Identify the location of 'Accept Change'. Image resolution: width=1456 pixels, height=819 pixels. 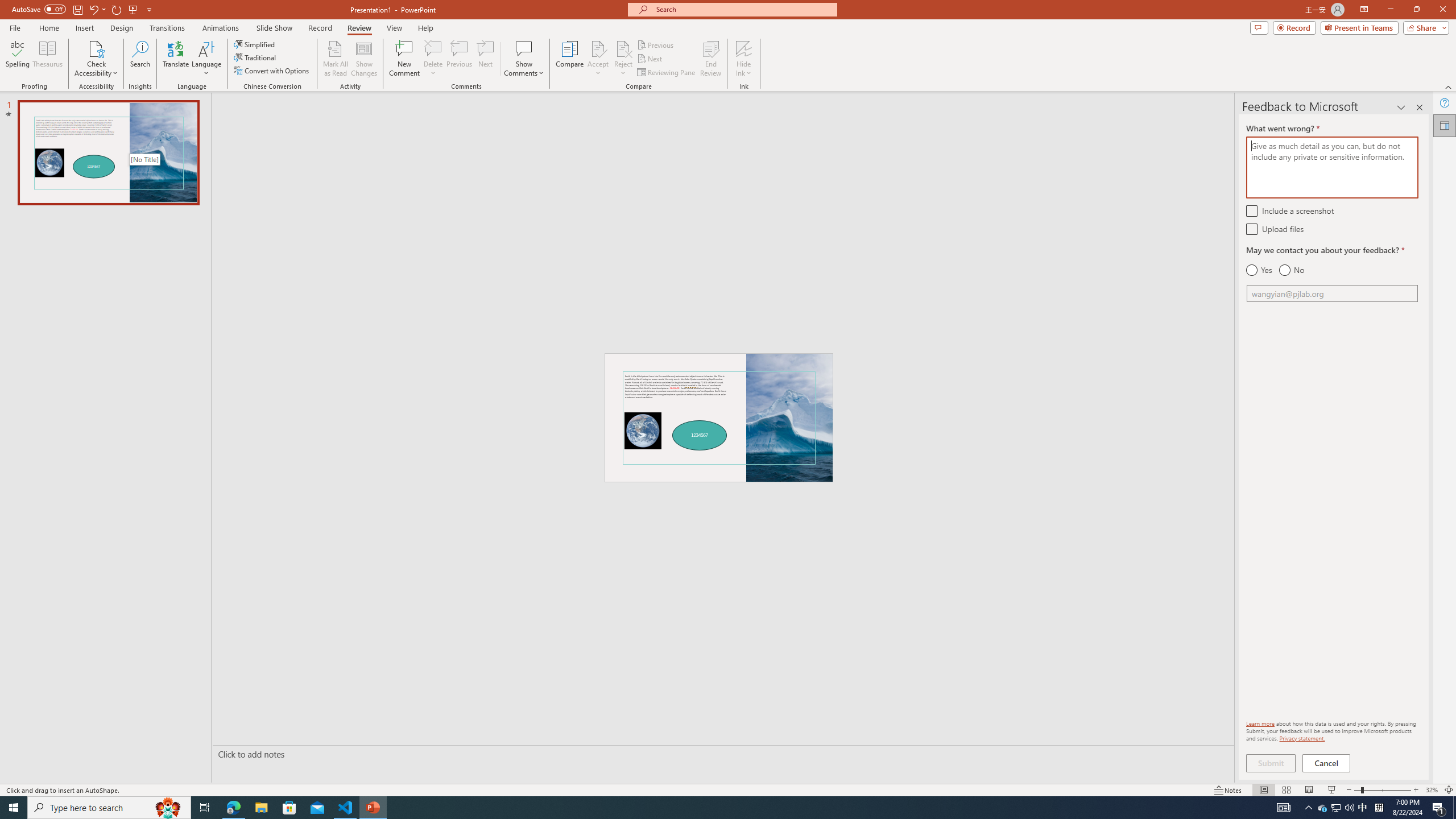
(598, 48).